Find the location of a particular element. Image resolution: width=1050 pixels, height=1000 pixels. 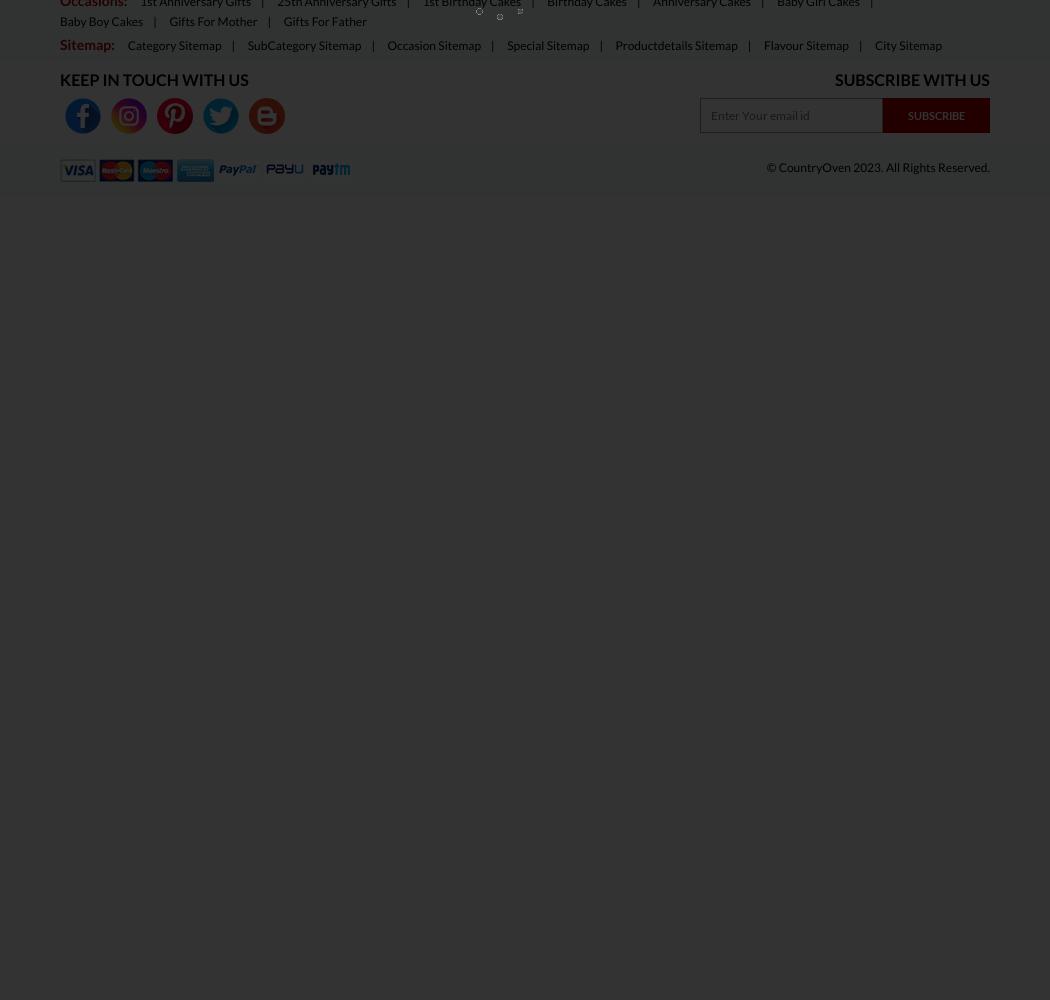

'Flavour Sitemap' is located at coordinates (804, 45).